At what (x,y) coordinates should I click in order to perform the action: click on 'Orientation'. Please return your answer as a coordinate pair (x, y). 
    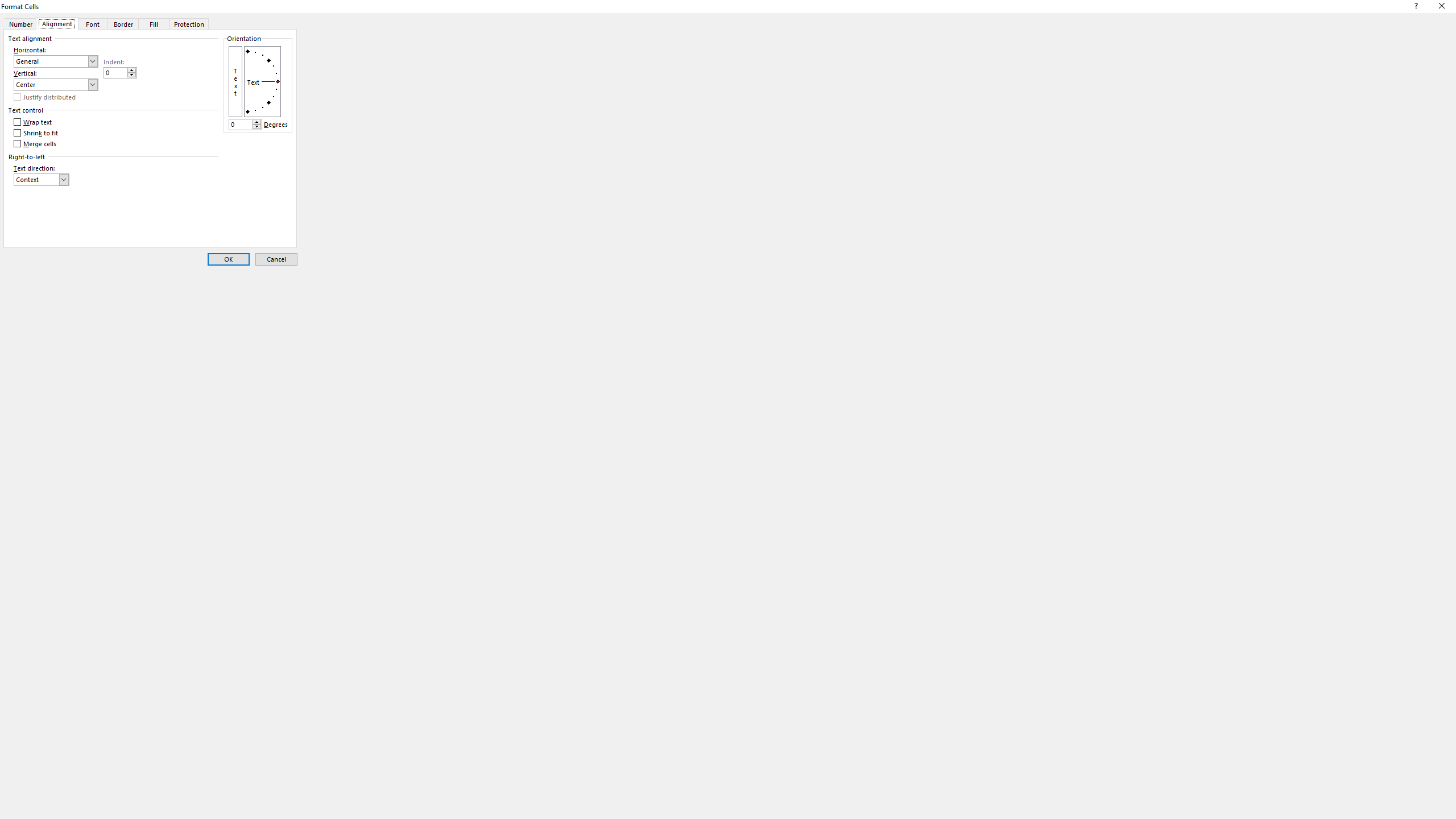
    Looking at the image, I should click on (262, 81).